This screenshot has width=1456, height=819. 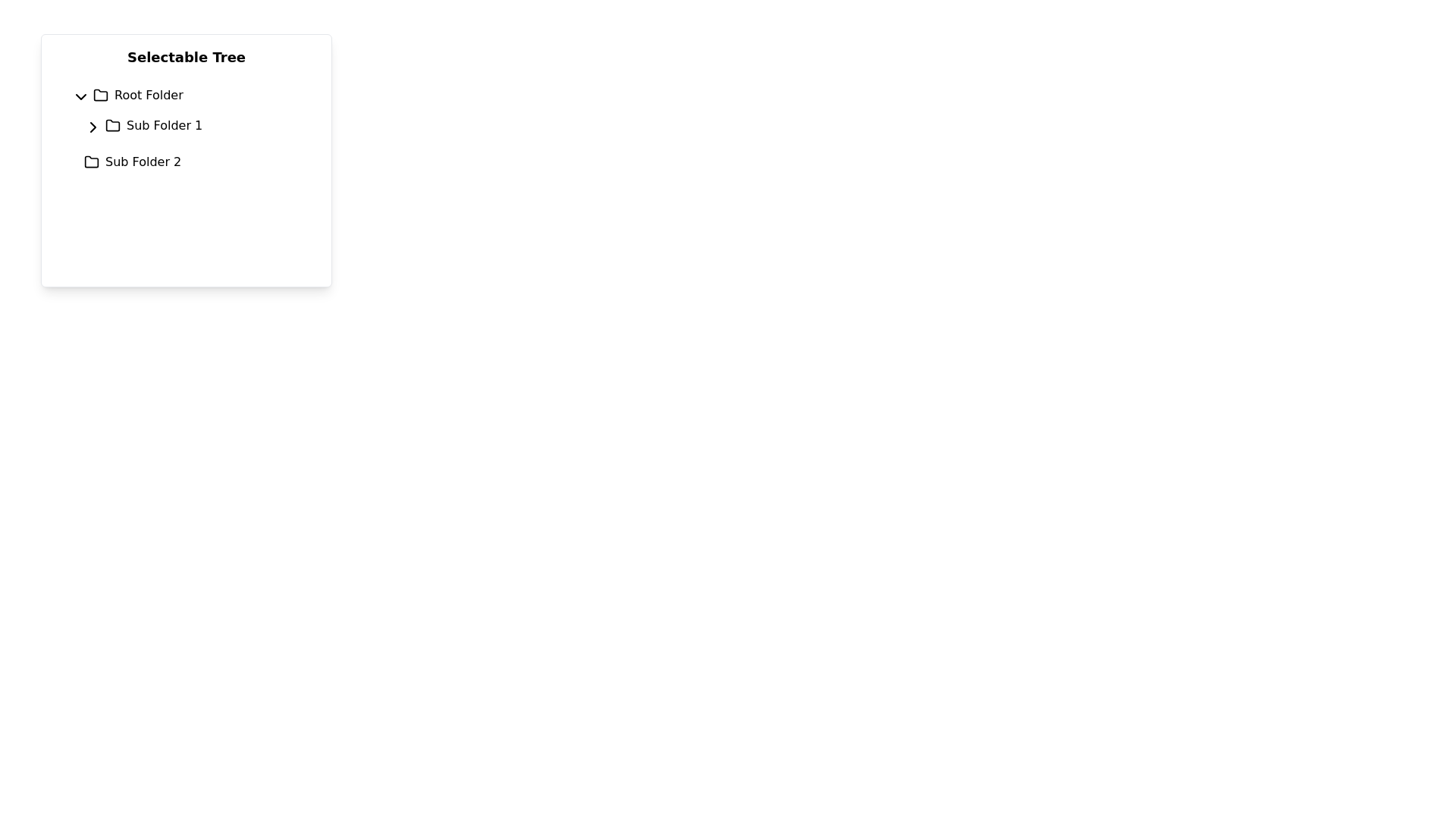 What do you see at coordinates (90, 162) in the screenshot?
I see `the closed folder icon representing 'Sub Folder 2' in the selectable tree interface` at bounding box center [90, 162].